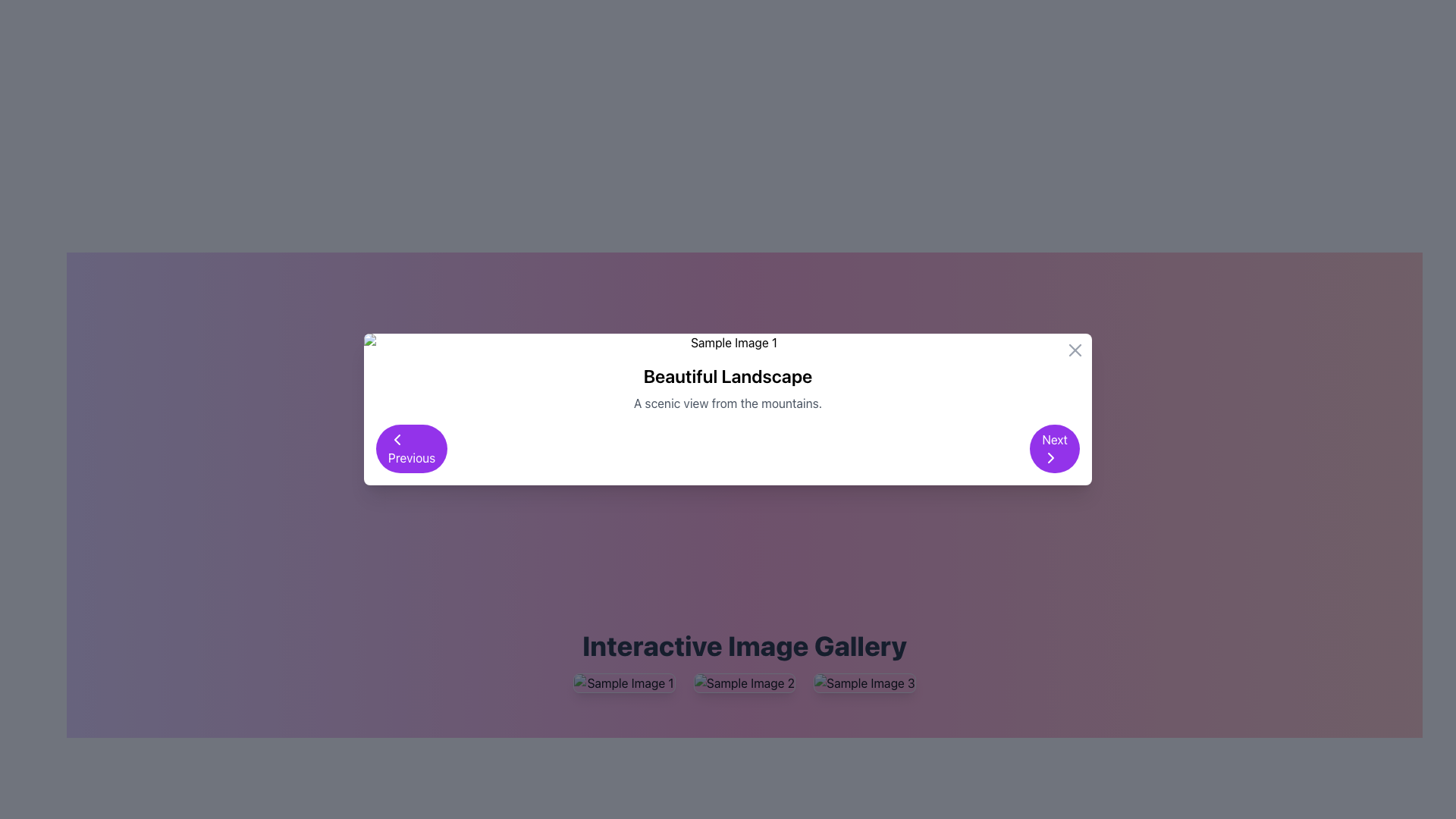 This screenshot has width=1456, height=819. Describe the element at coordinates (412, 447) in the screenshot. I see `the purple 'Previous' button with rounded edges and a left-pointing chevron icon` at that location.